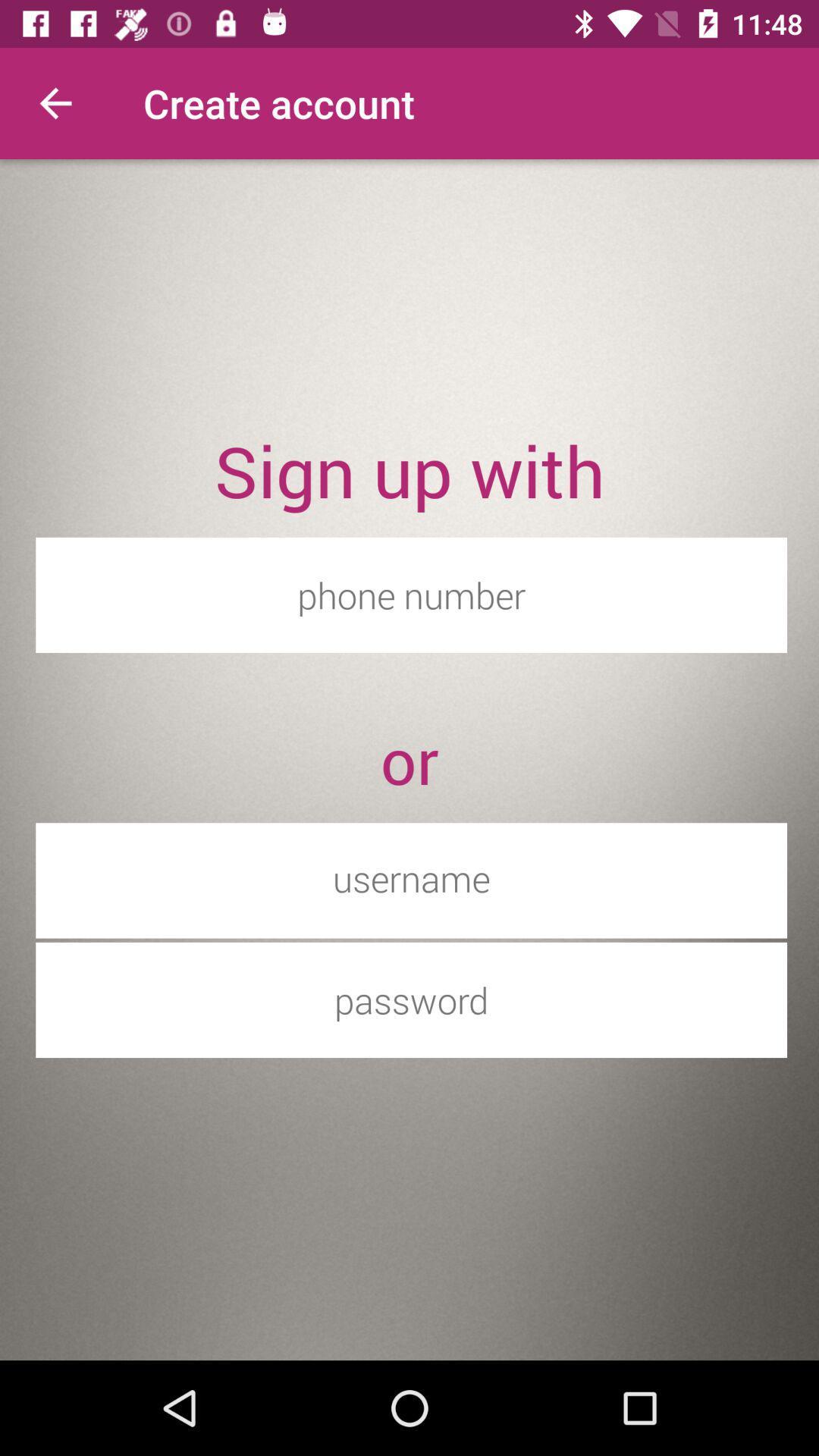 Image resolution: width=819 pixels, height=1456 pixels. What do you see at coordinates (55, 102) in the screenshot?
I see `the item at the top left corner` at bounding box center [55, 102].